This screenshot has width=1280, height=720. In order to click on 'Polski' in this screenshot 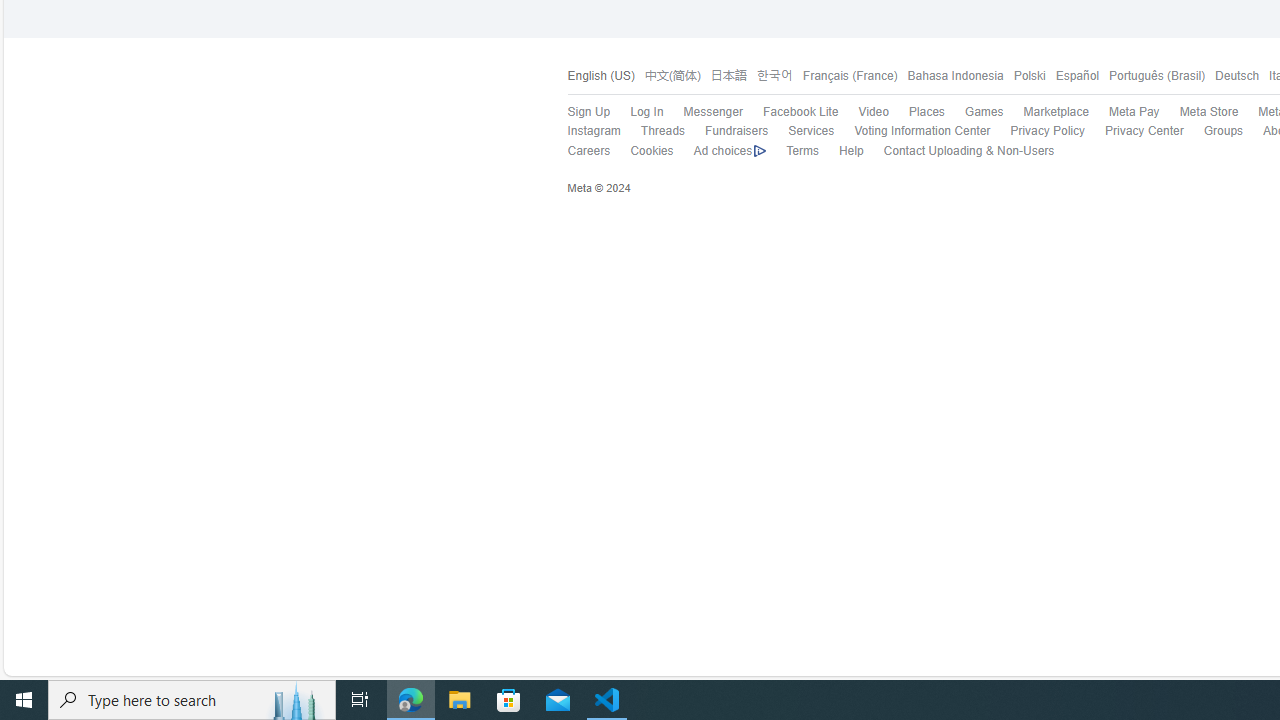, I will do `click(1029, 75)`.